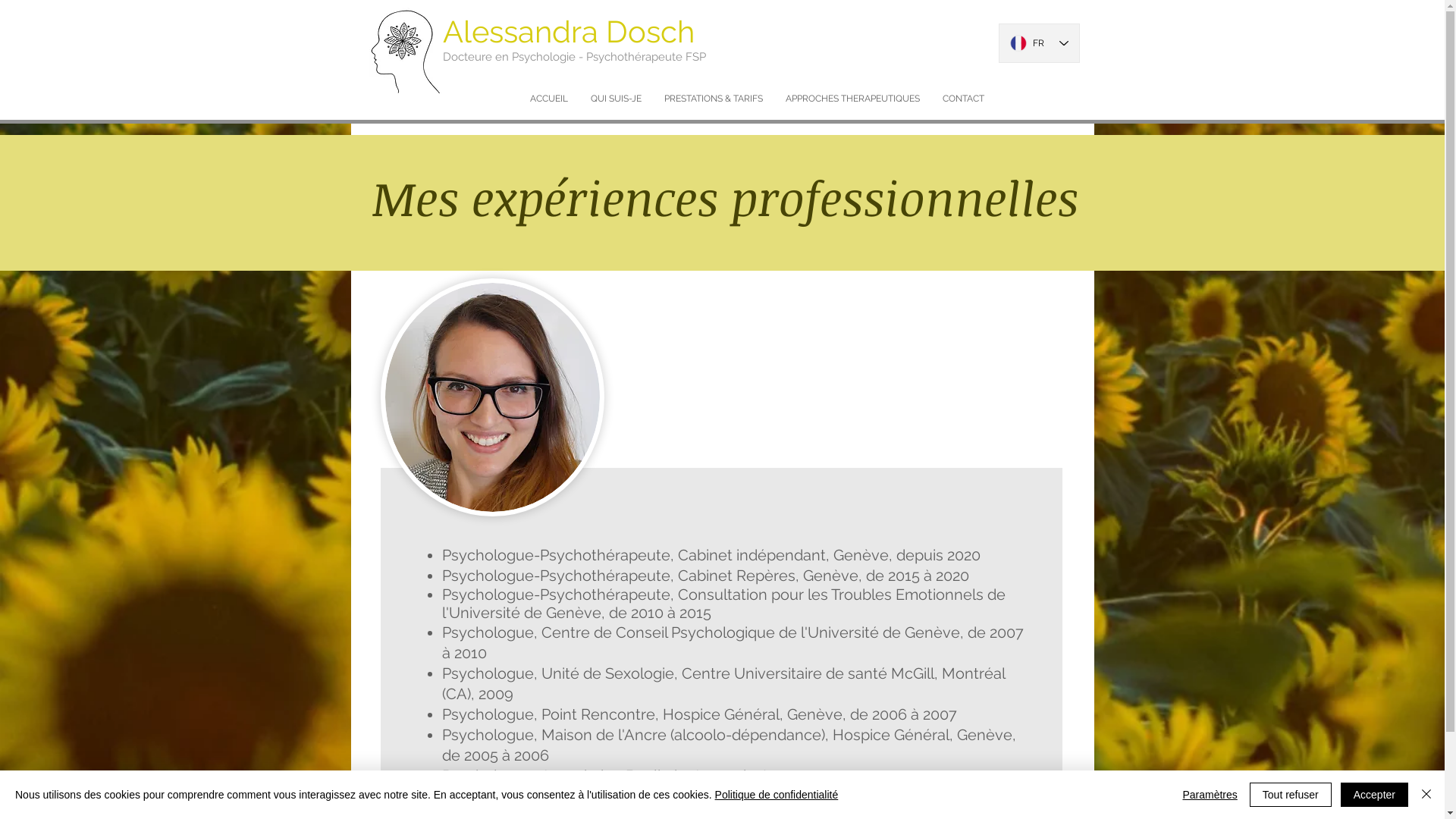 The image size is (1456, 819). Describe the element at coordinates (1374, 794) in the screenshot. I see `'Accepter'` at that location.